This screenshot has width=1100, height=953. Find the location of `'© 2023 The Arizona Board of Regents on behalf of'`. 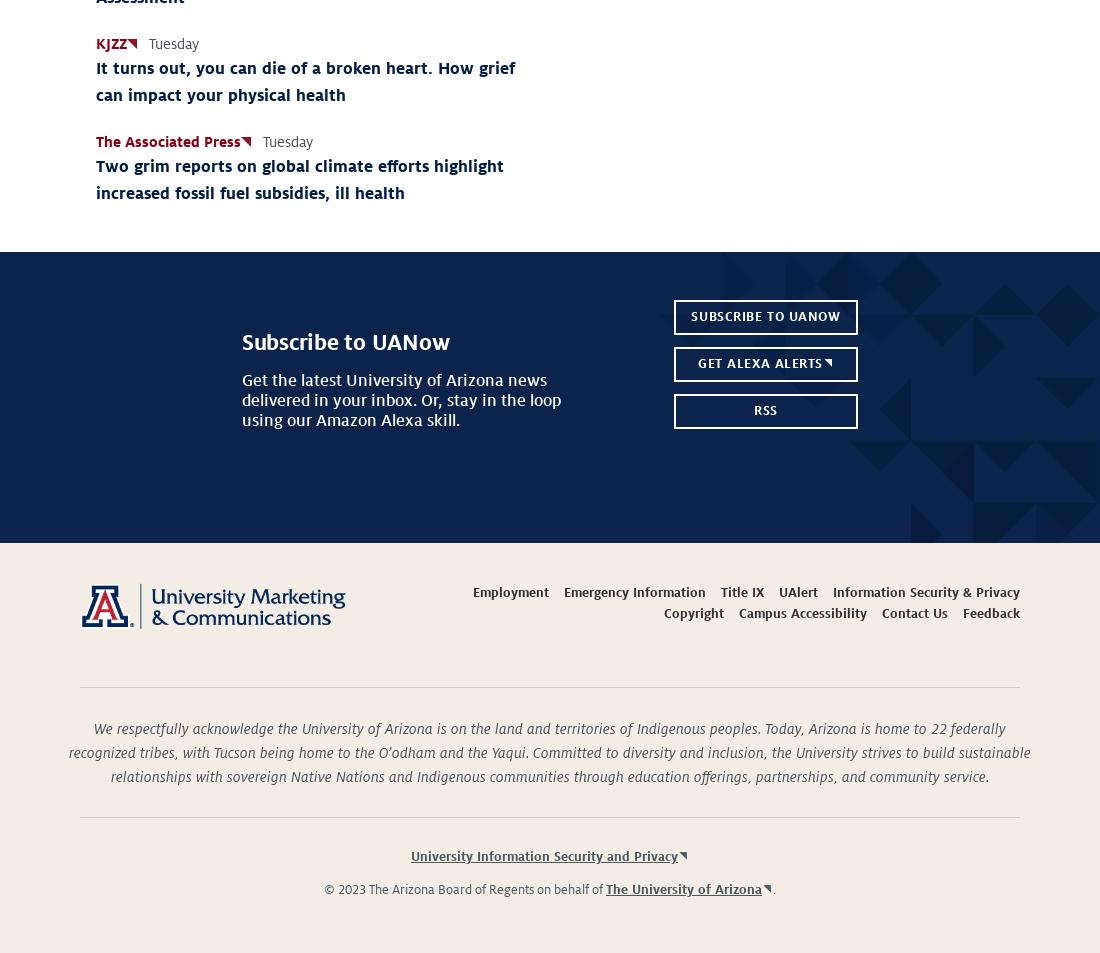

'© 2023 The Arizona Board of Regents on behalf of' is located at coordinates (462, 890).